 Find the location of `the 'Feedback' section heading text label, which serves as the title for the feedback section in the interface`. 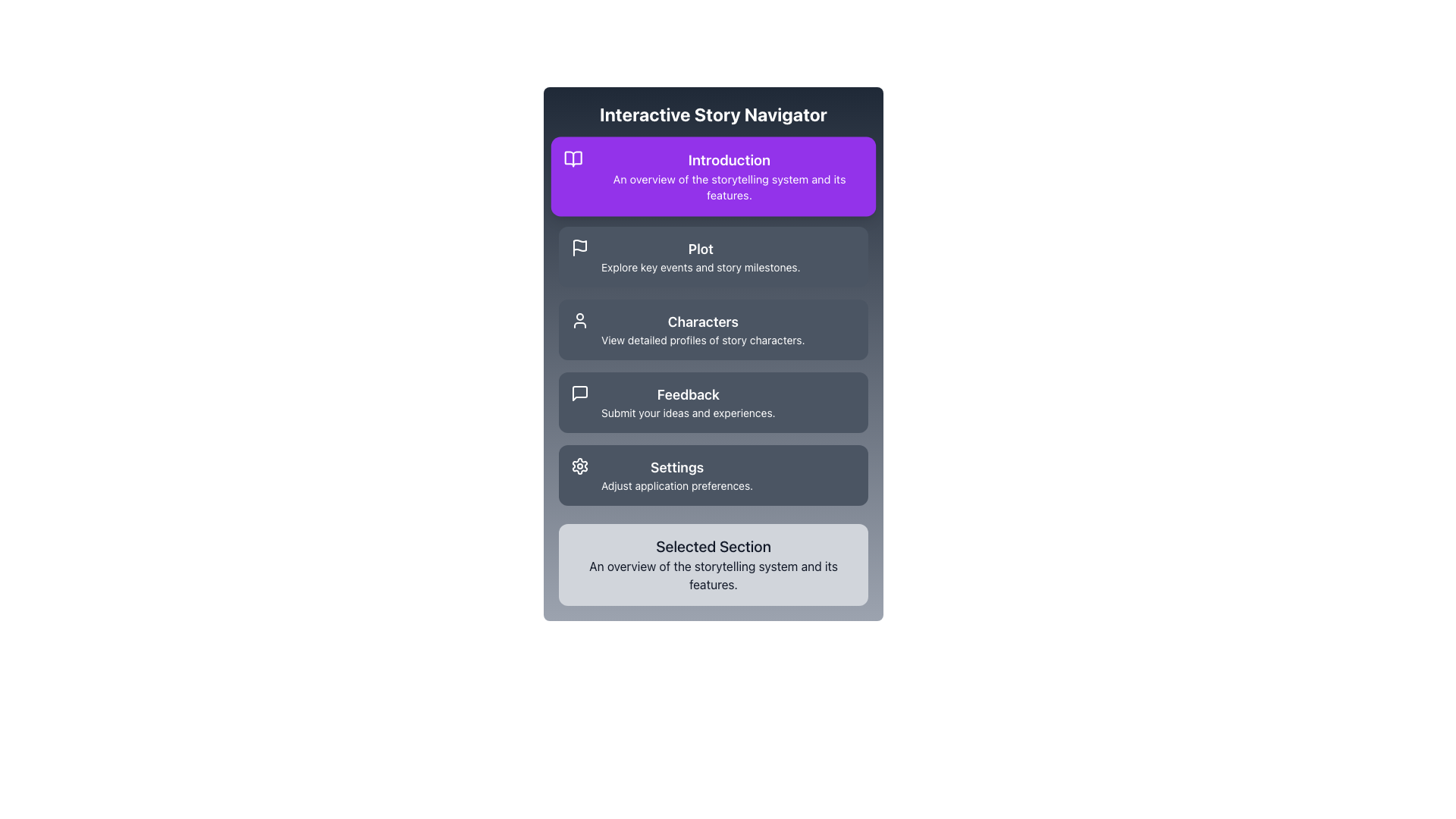

the 'Feedback' section heading text label, which serves as the title for the feedback section in the interface is located at coordinates (687, 394).